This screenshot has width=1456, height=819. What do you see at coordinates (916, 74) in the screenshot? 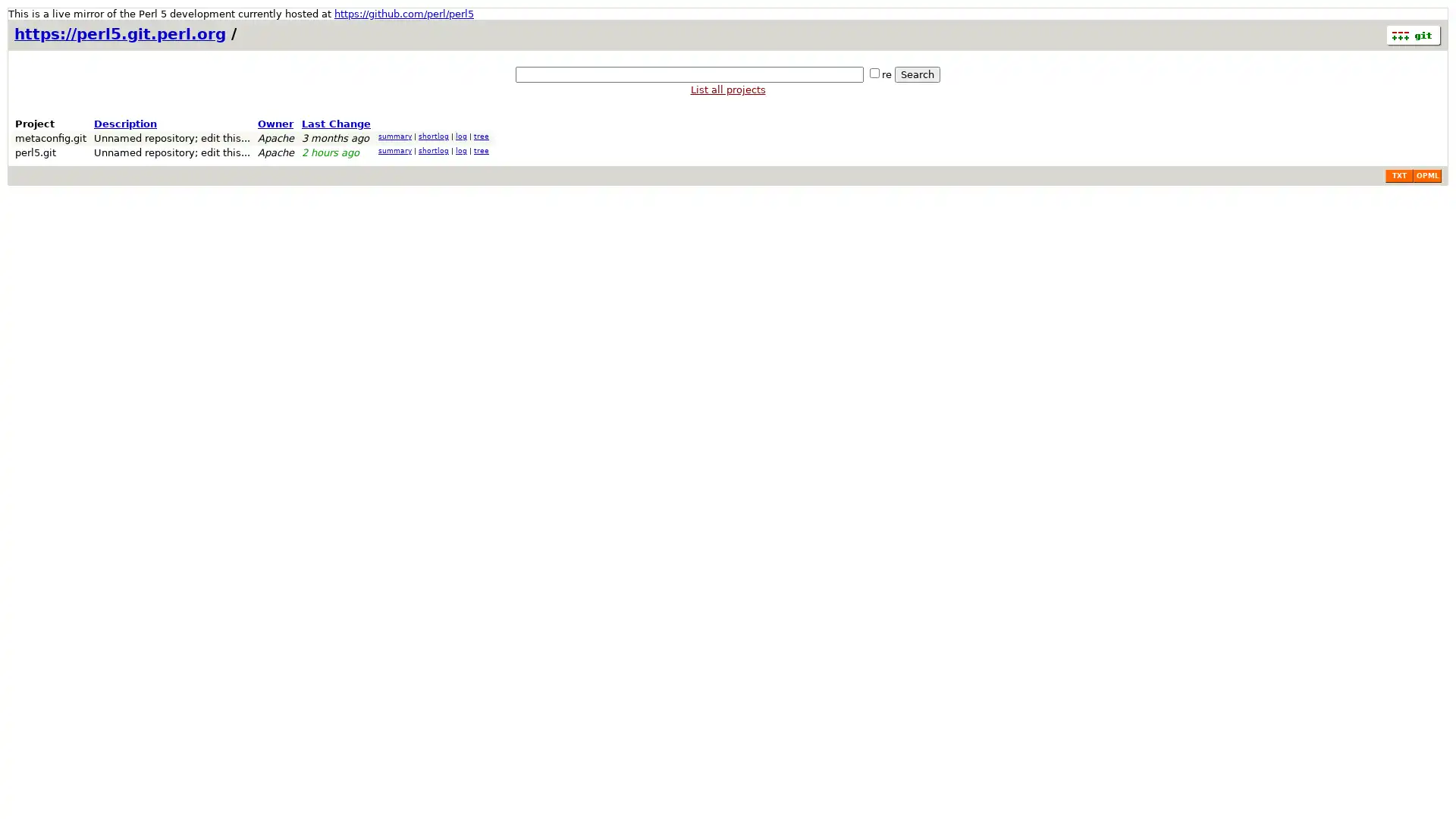
I see `Search` at bounding box center [916, 74].